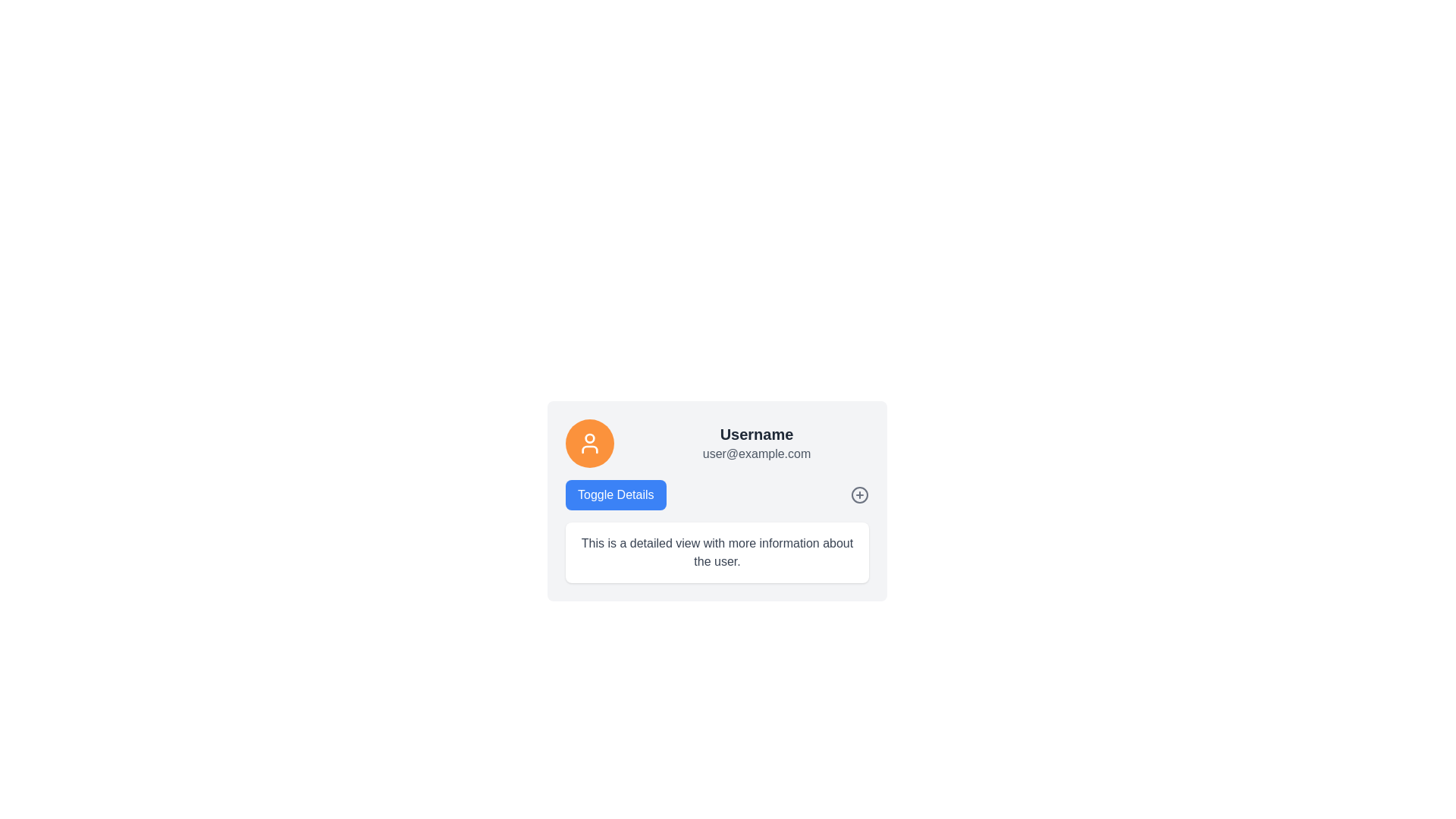 The image size is (1456, 819). What do you see at coordinates (588, 438) in the screenshot?
I see `the medium-sized circular SVG element located at the center of the user profile section's icon` at bounding box center [588, 438].